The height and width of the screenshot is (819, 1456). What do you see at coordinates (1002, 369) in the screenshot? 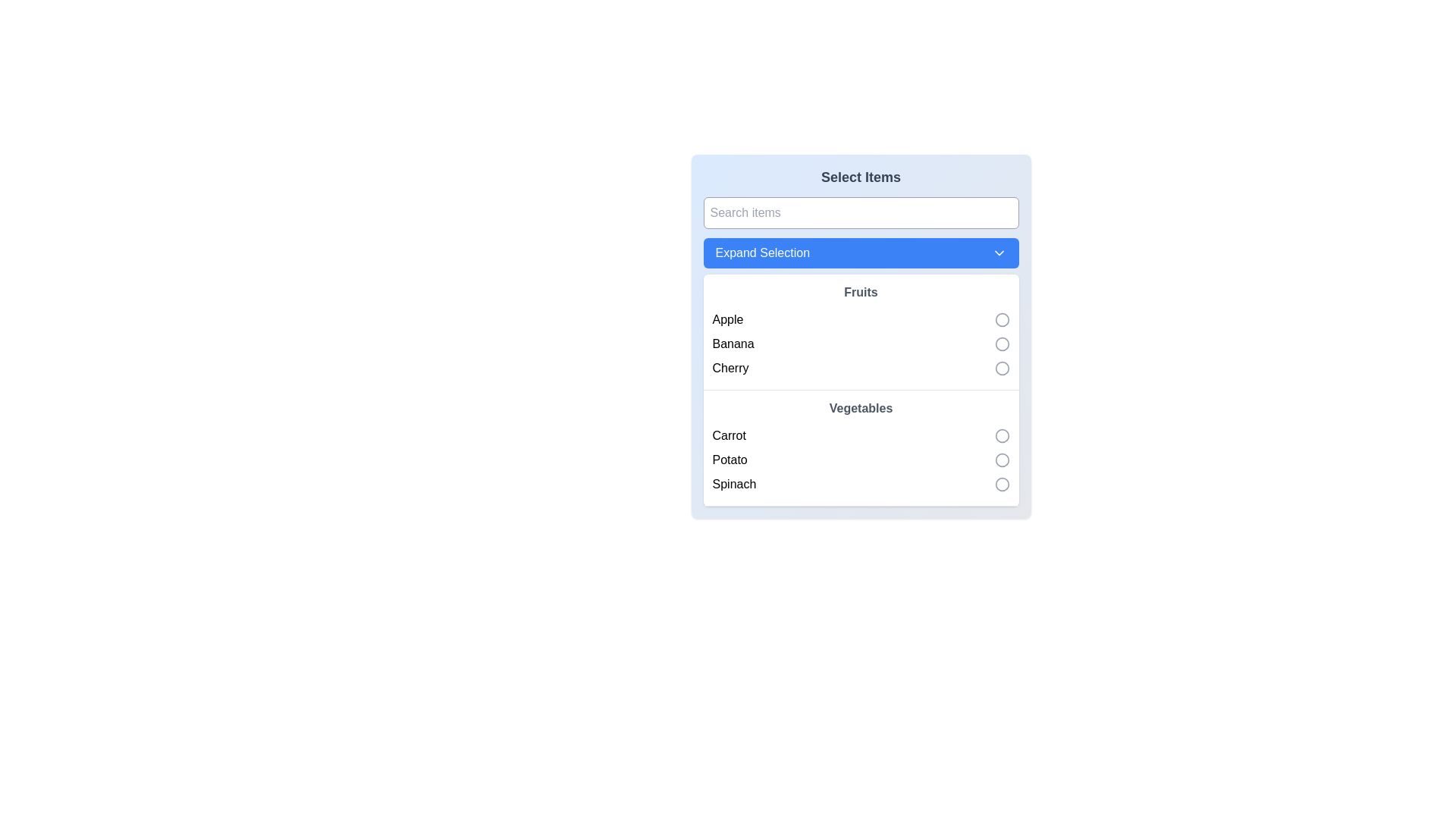
I see `the radio button next to the 'Cherry' label in the 'Fruits' section` at bounding box center [1002, 369].